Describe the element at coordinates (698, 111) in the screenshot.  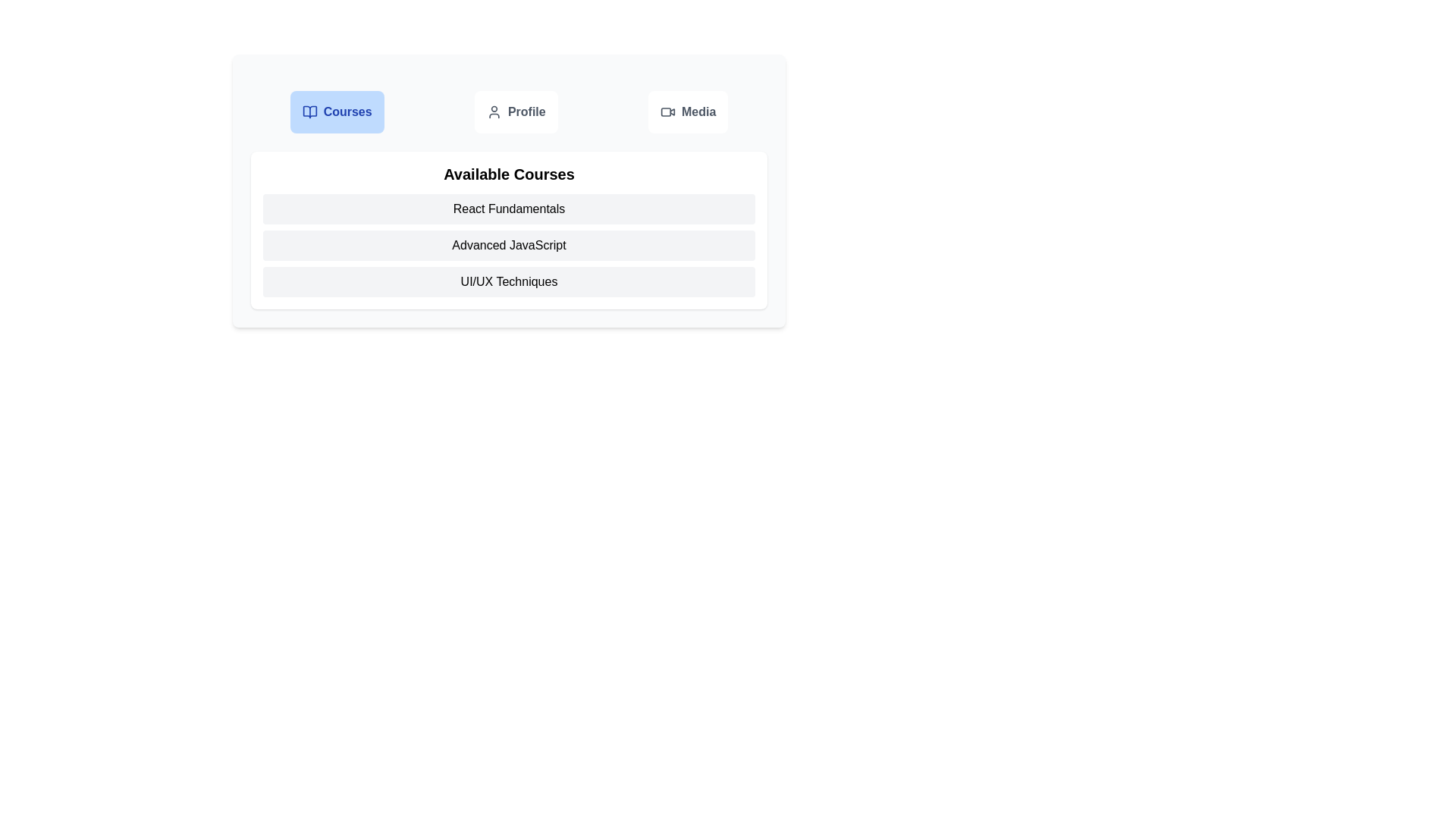
I see `the button labeled for media-related content located in the top-right corner of the interface, next to the 'Profile' button, and featuring a video camera icon on the left` at that location.